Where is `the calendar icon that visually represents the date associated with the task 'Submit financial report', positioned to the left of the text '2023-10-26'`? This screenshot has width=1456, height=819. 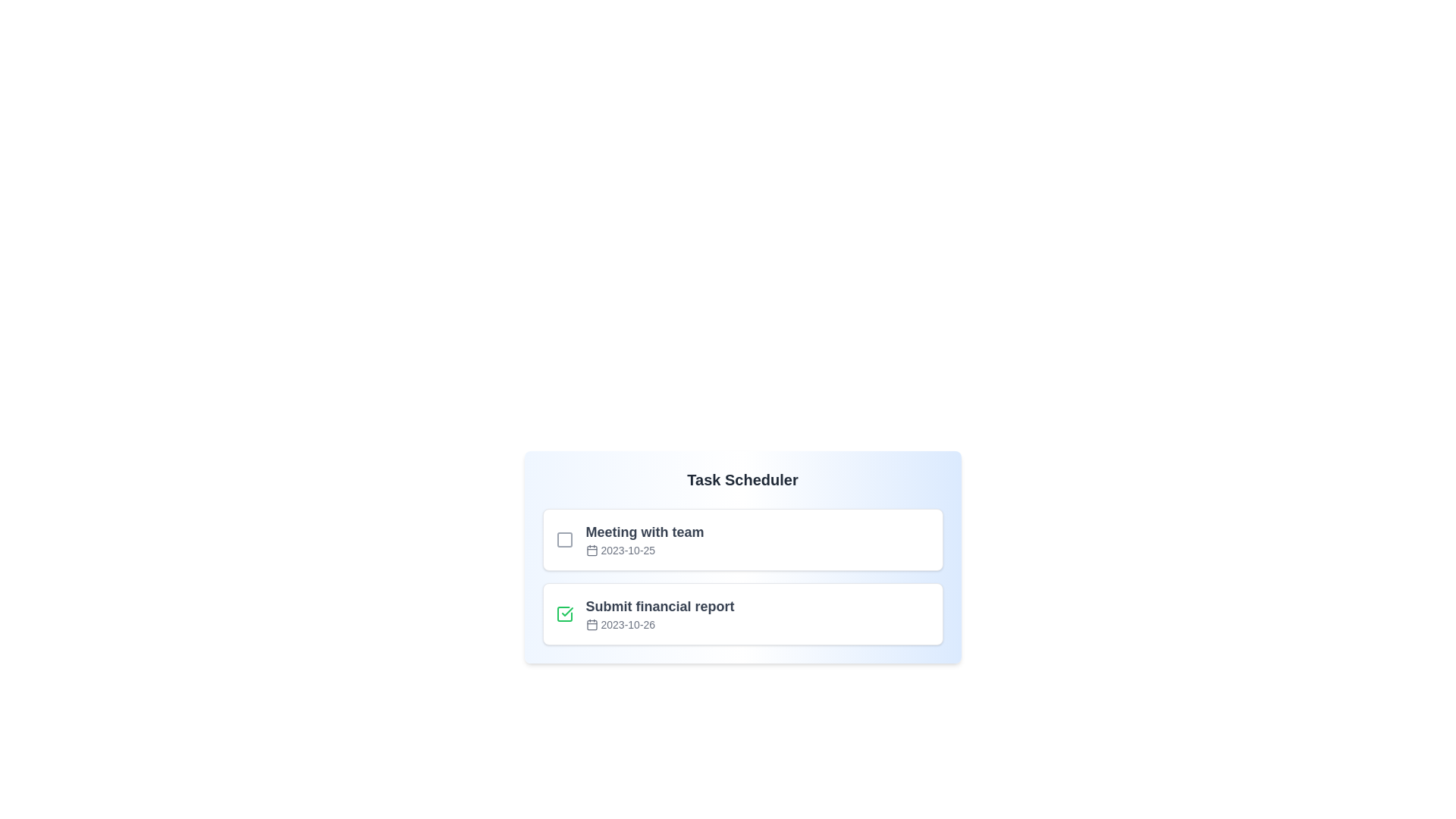
the calendar icon that visually represents the date associated with the task 'Submit financial report', positioned to the left of the text '2023-10-26' is located at coordinates (591, 625).